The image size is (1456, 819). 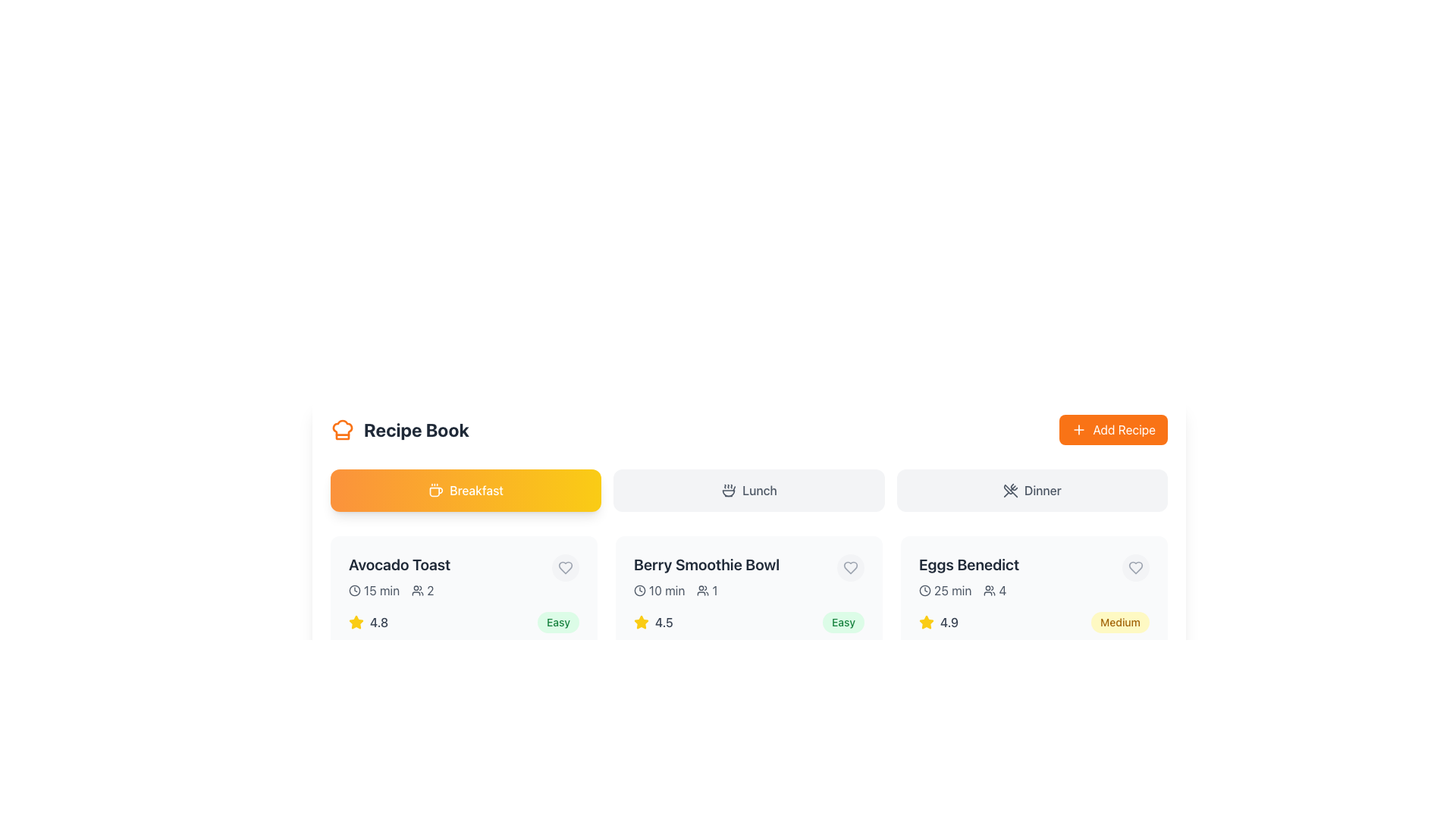 What do you see at coordinates (705, 564) in the screenshot?
I see `the recipe title text element that identifies the name of the recipe being showcased in the recipe card` at bounding box center [705, 564].